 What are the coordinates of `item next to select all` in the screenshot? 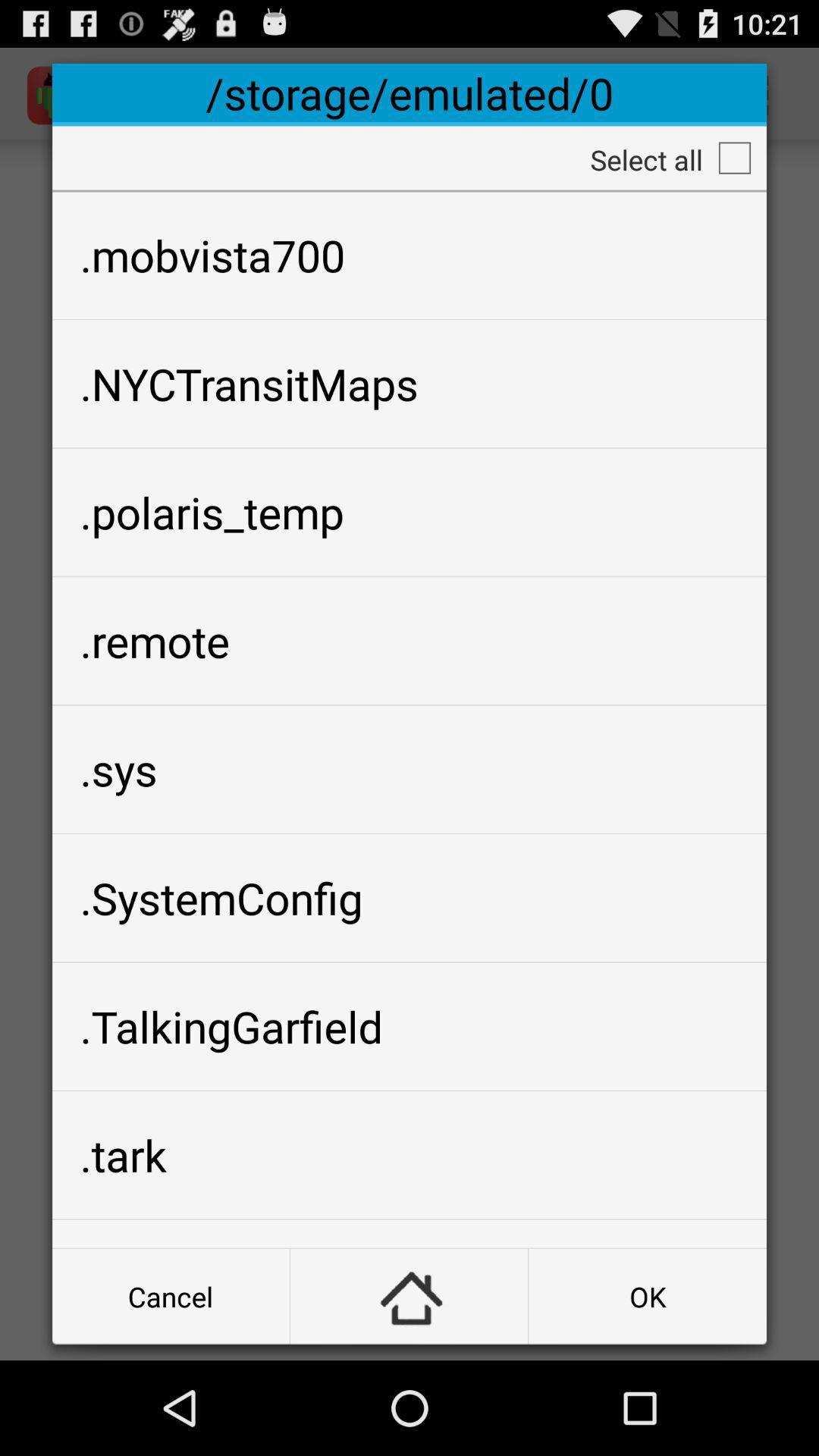 It's located at (733, 158).